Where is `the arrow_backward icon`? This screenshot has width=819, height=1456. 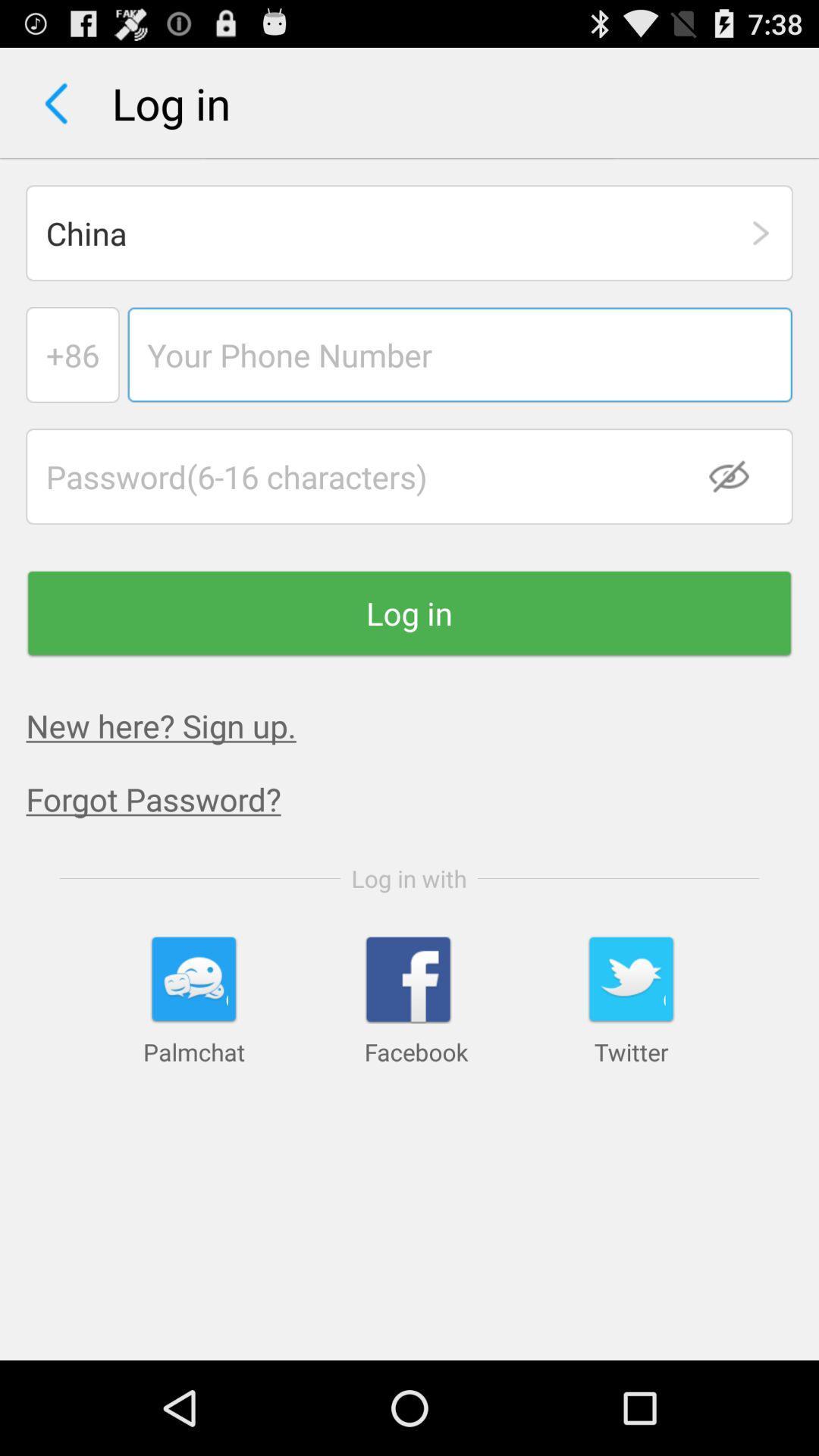 the arrow_backward icon is located at coordinates (55, 110).